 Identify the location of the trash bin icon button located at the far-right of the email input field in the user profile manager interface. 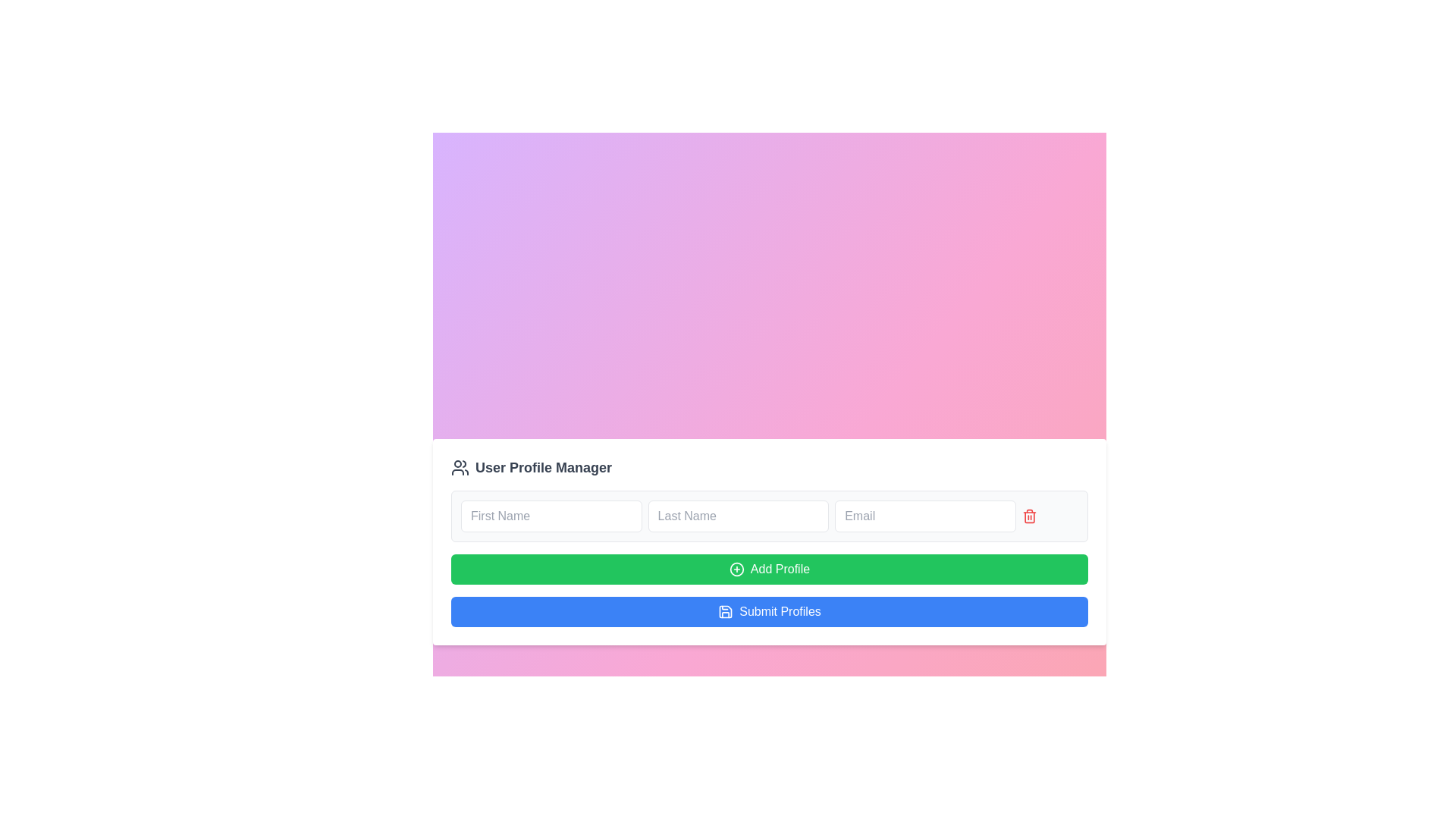
(1029, 516).